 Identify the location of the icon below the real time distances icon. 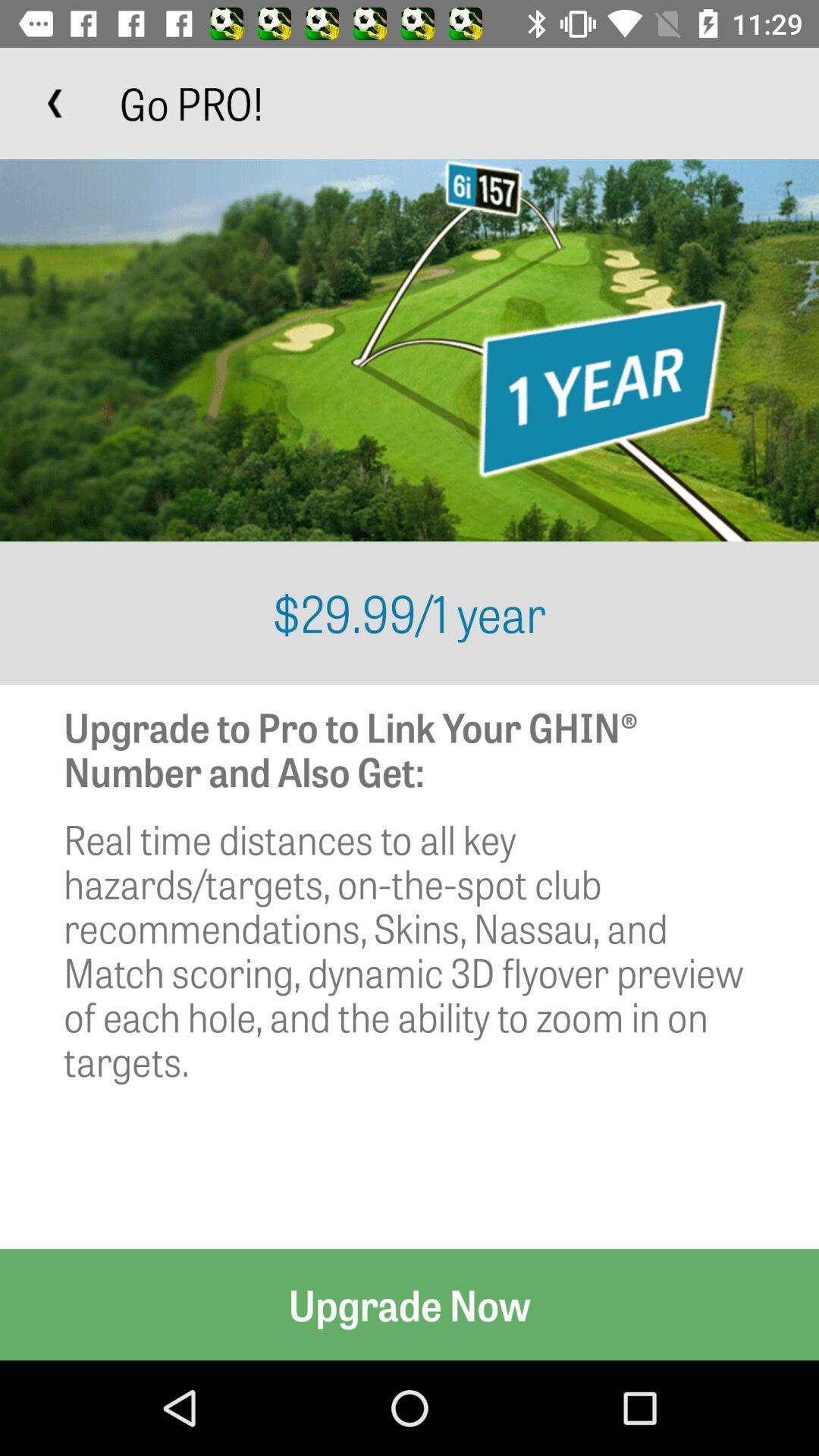
(409, 1304).